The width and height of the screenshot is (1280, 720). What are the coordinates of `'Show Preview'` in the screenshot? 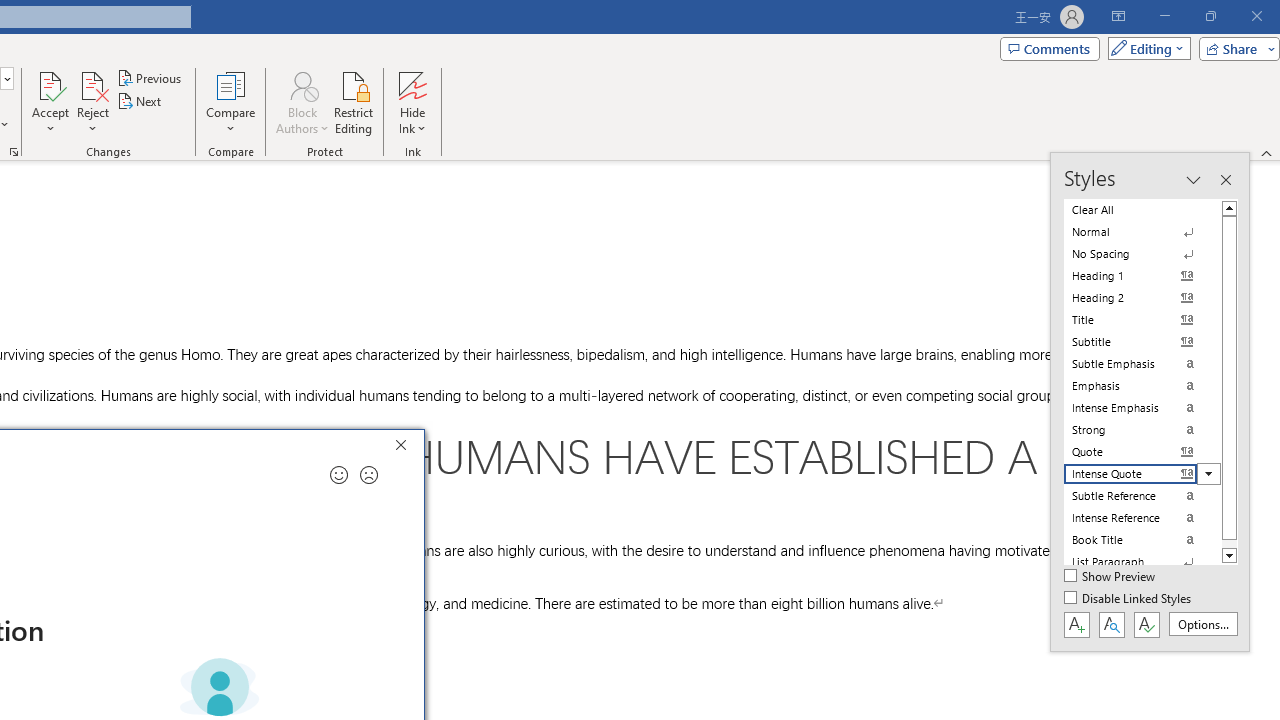 It's located at (1110, 577).